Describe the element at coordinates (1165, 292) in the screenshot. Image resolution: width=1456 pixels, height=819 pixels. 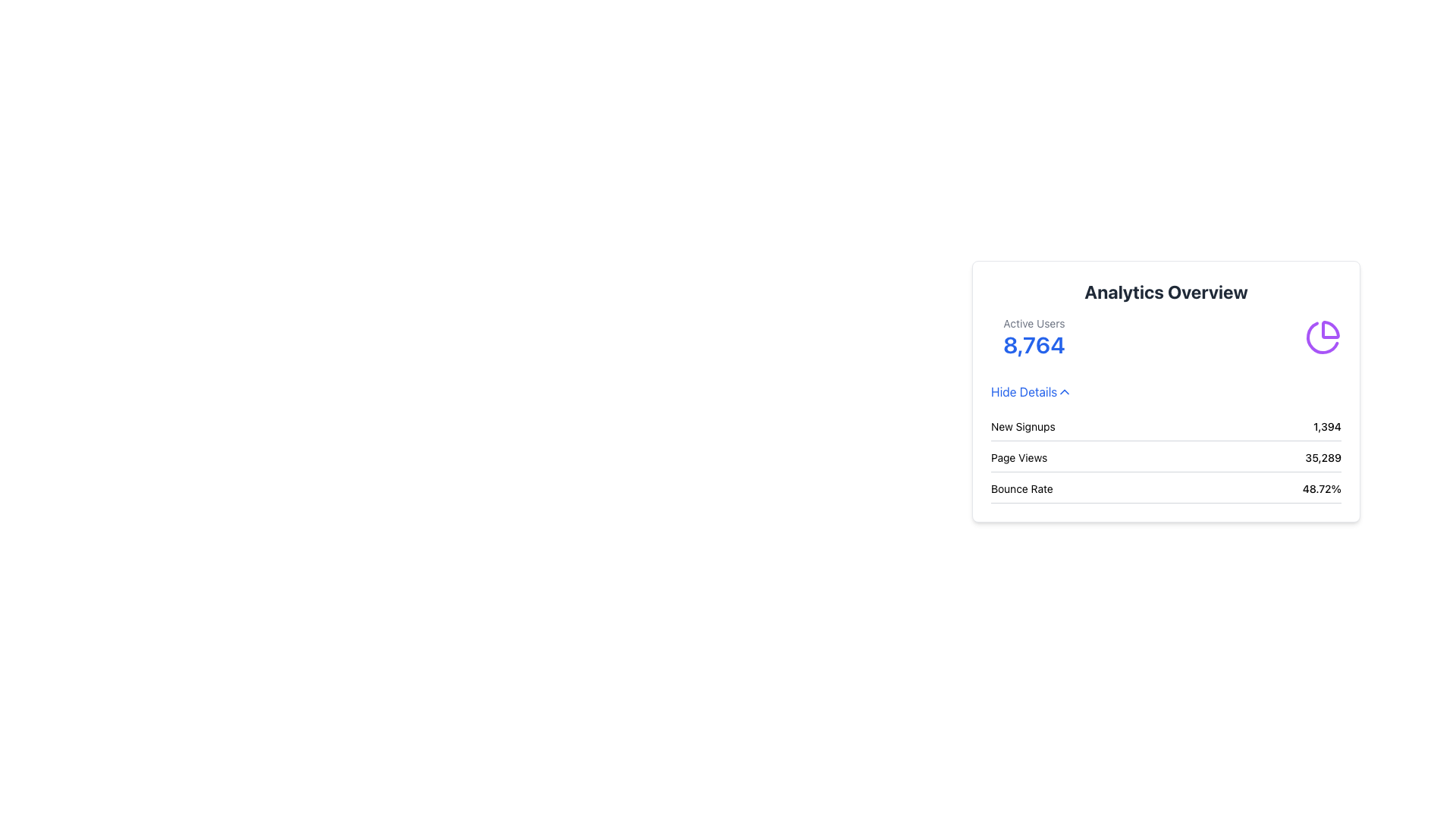
I see `title of the 'Analytics Overview' section, which is displayed prominently at the top of the white, rounded card panel` at that location.